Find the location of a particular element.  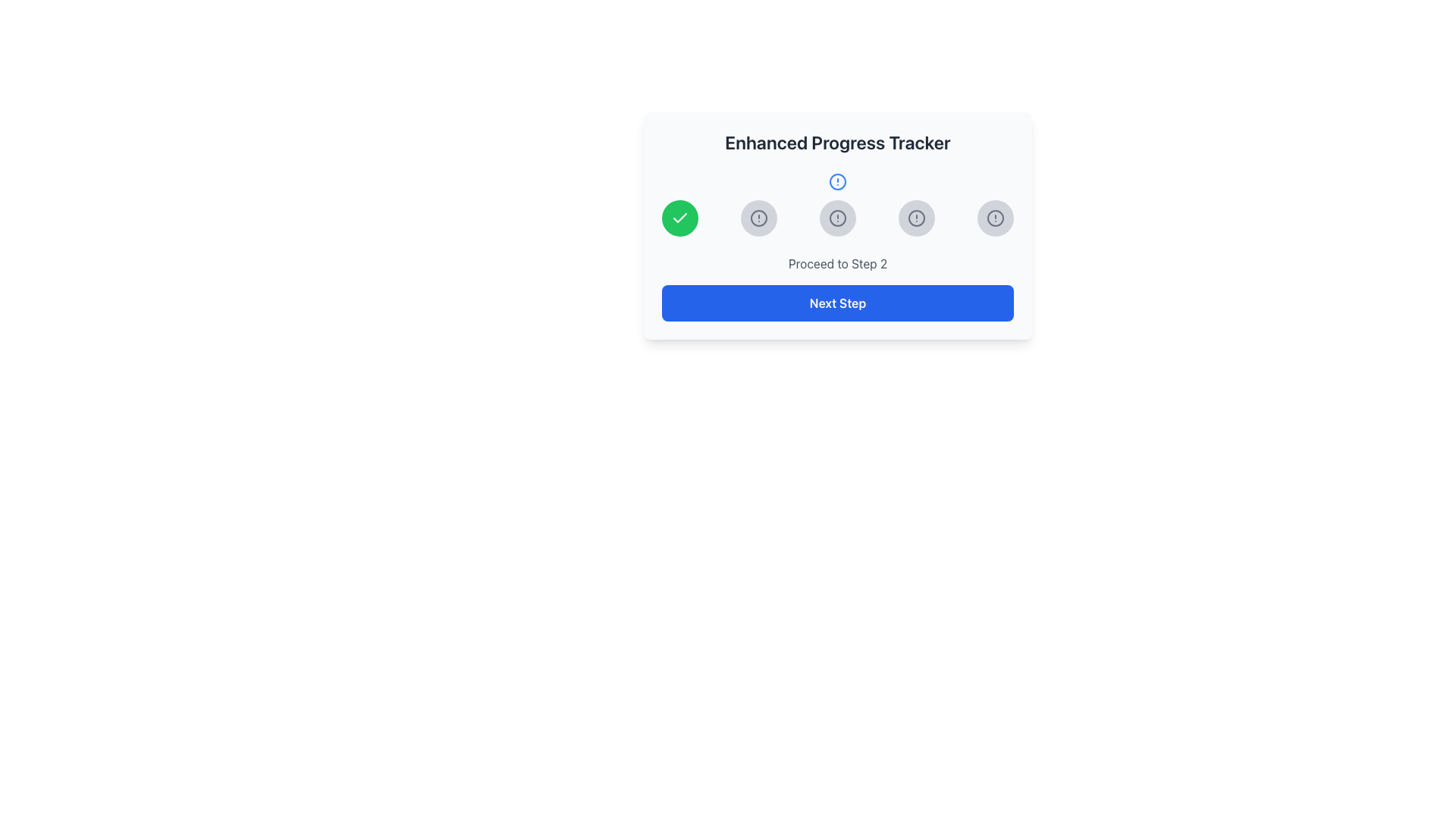

the Status Indicator Icon, which visually indicates a pending state in the progress tracker interface, positioned below the heading 'Enhanced Progress Tracker' is located at coordinates (836, 225).